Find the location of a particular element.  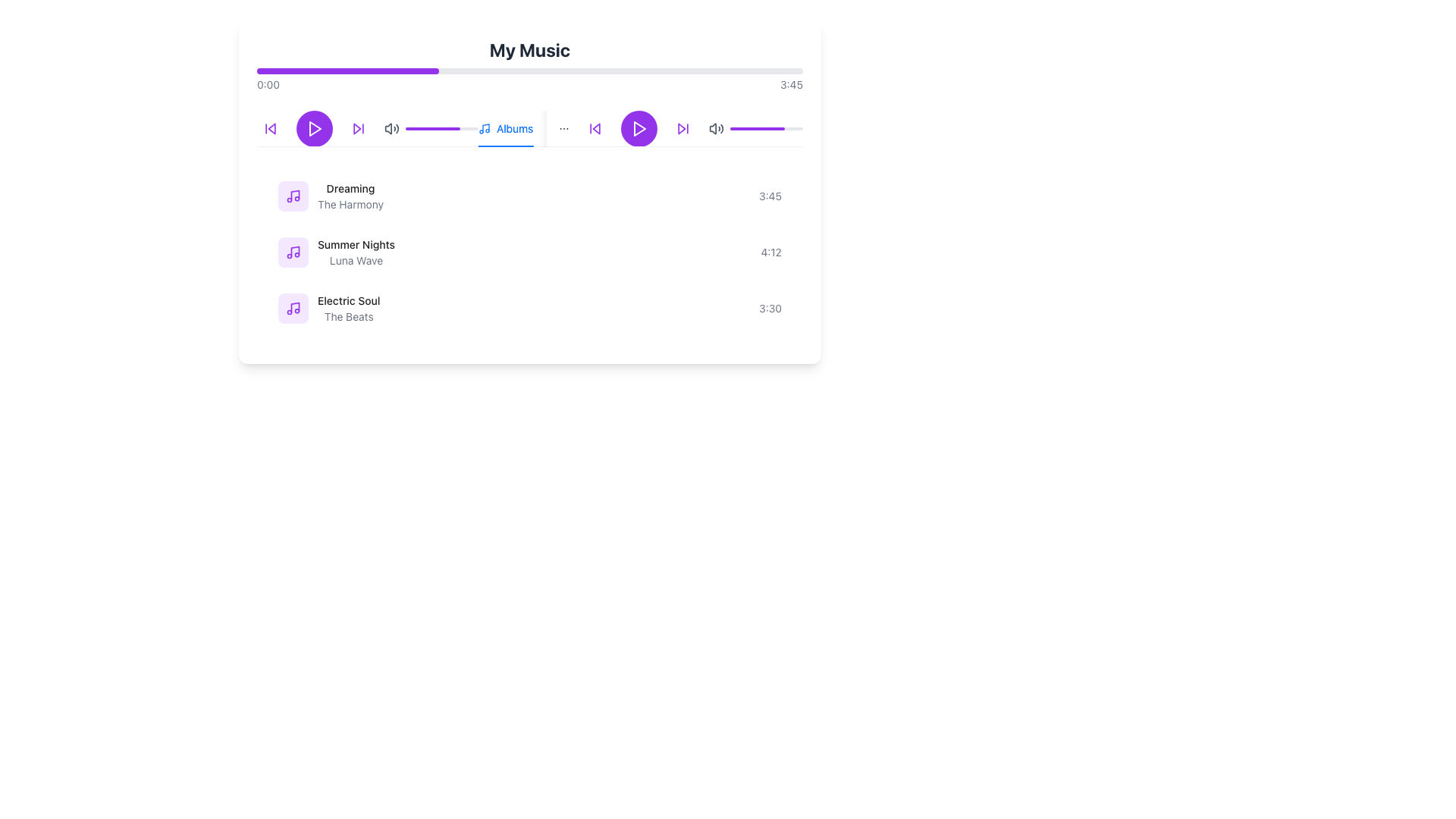

the text element displaying the song title 'Summer Nights' by 'Luna Wave' is located at coordinates (356, 251).